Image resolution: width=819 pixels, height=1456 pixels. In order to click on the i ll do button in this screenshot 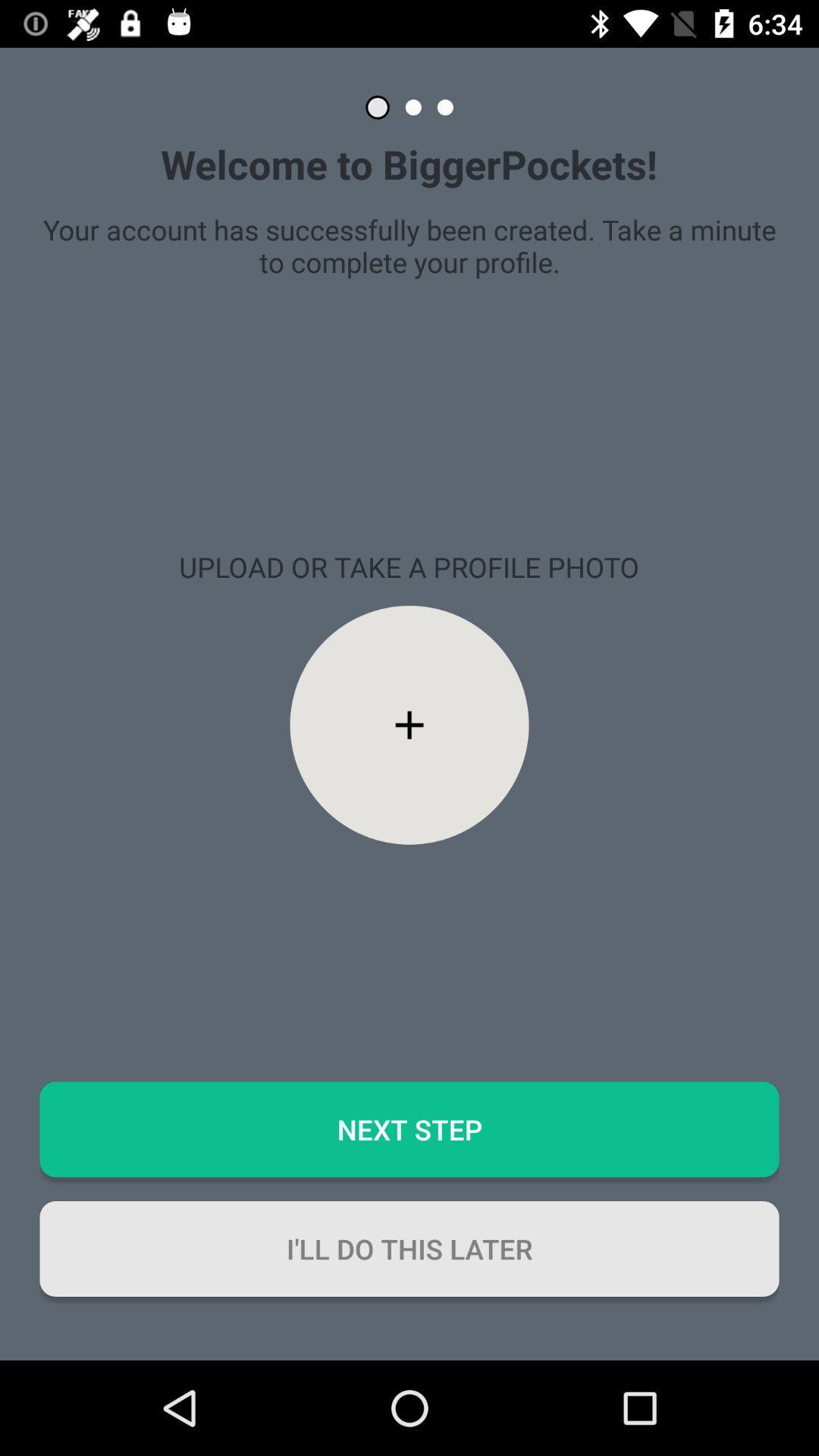, I will do `click(409, 1248)`.